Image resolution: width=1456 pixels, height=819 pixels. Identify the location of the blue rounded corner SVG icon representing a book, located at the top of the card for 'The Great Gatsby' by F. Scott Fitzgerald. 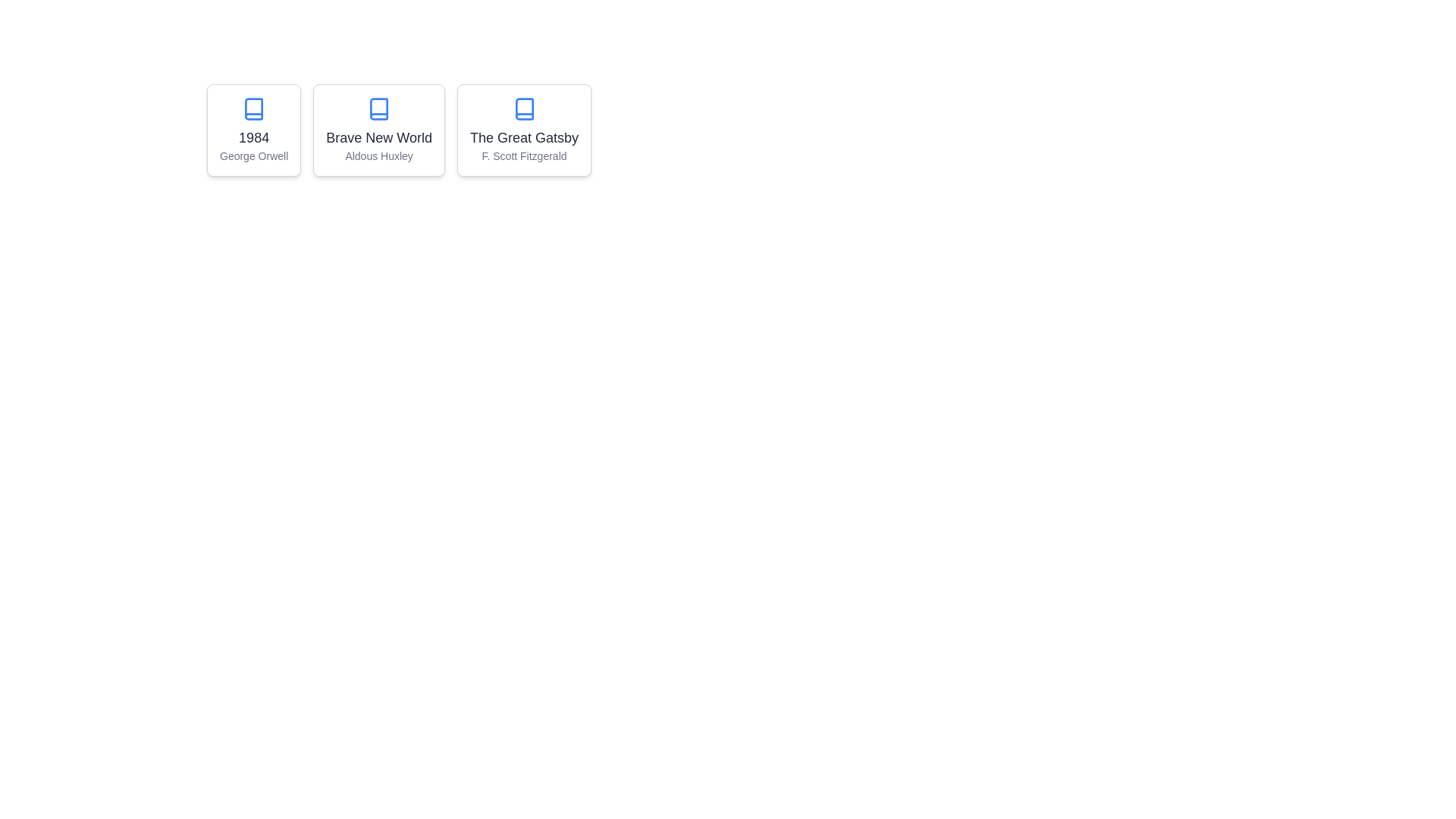
(524, 108).